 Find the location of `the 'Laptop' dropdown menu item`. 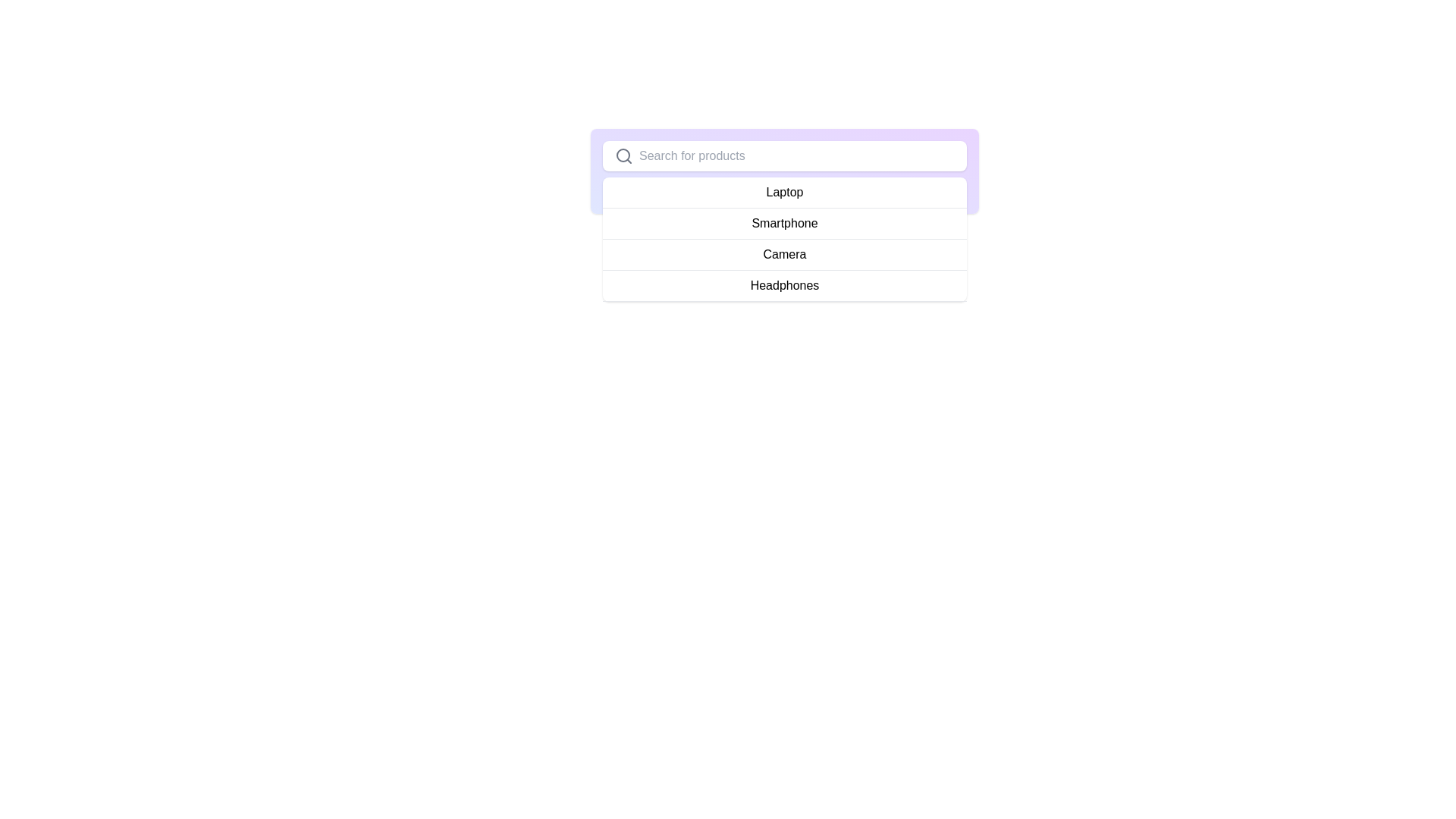

the 'Laptop' dropdown menu item is located at coordinates (785, 192).